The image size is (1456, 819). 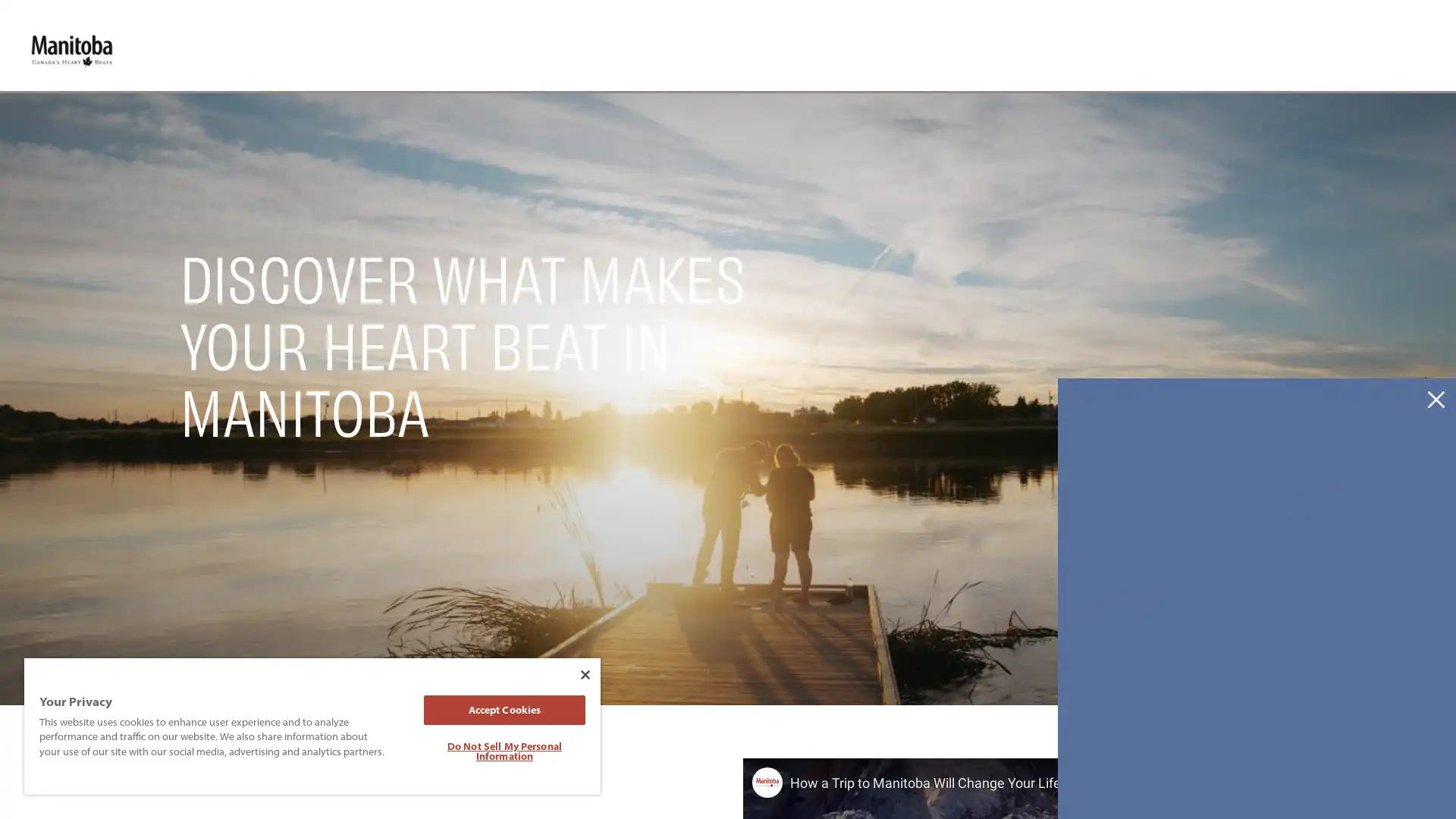 What do you see at coordinates (504, 751) in the screenshot?
I see `Do Not Sell My Personal Information` at bounding box center [504, 751].